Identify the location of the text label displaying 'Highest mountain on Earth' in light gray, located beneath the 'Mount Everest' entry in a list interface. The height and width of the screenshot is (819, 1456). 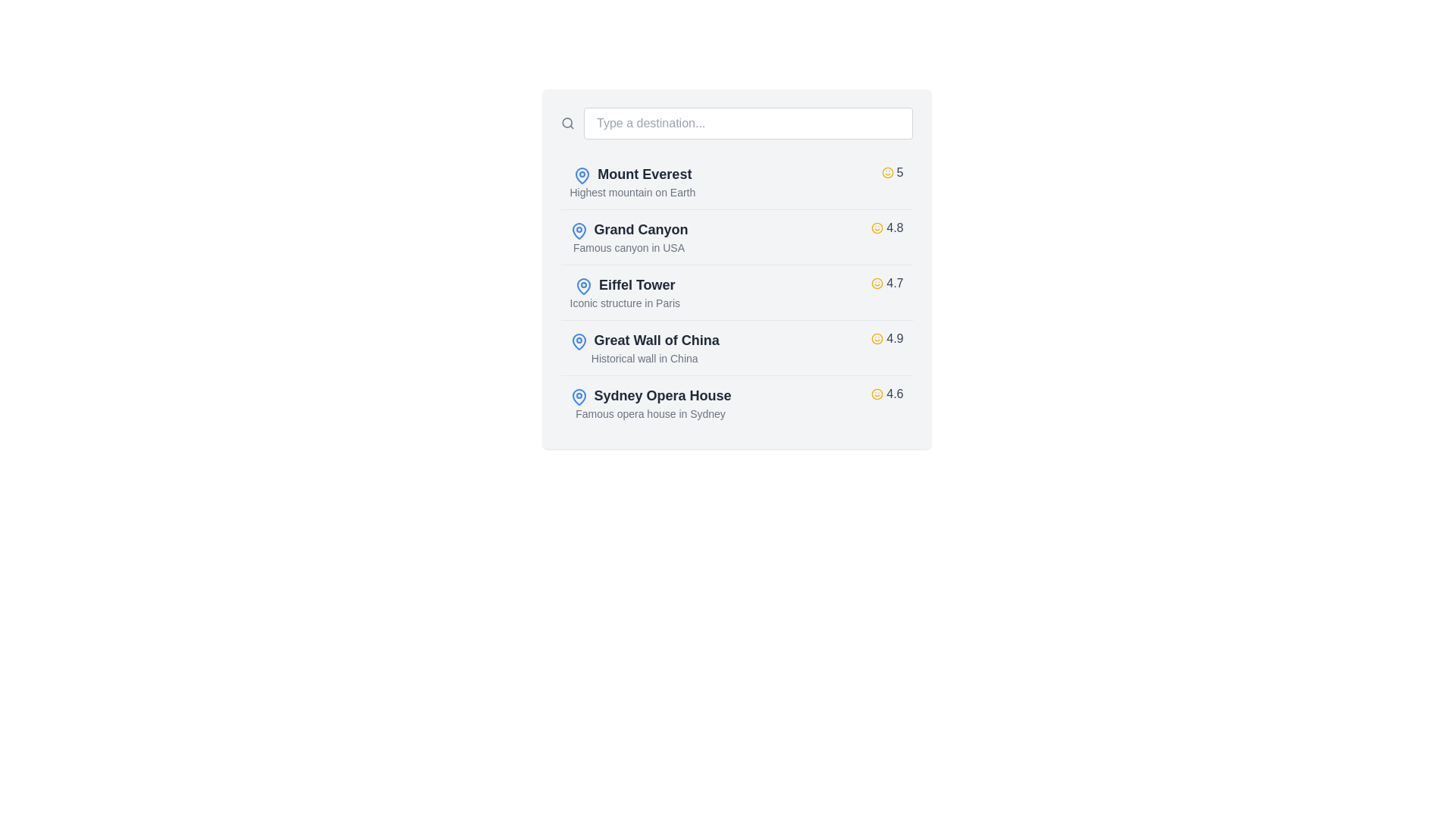
(632, 192).